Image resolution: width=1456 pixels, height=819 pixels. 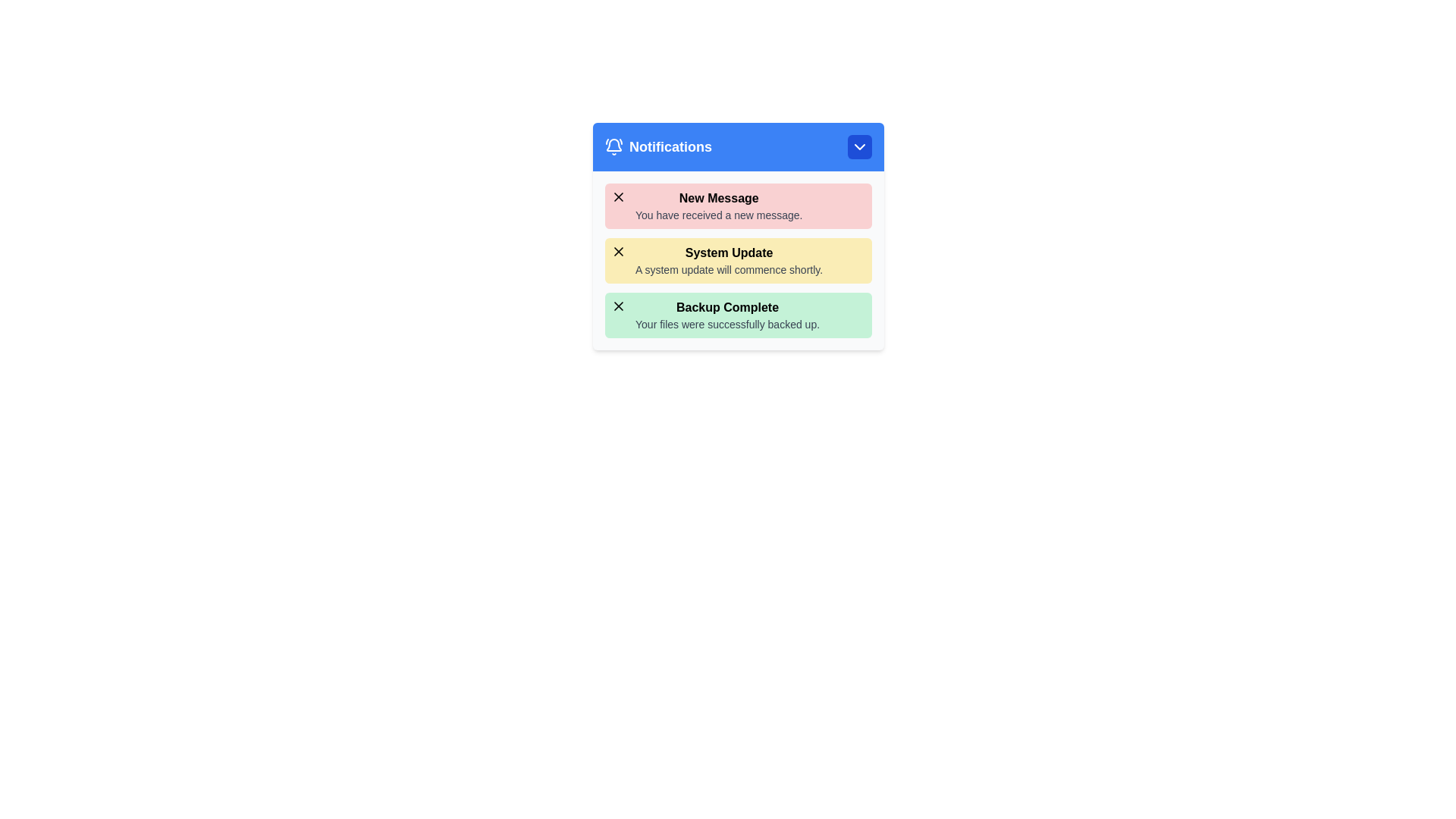 I want to click on the Text Block that informs users about the status of a system update, located in the second panel of the notification list, so click(x=729, y=259).